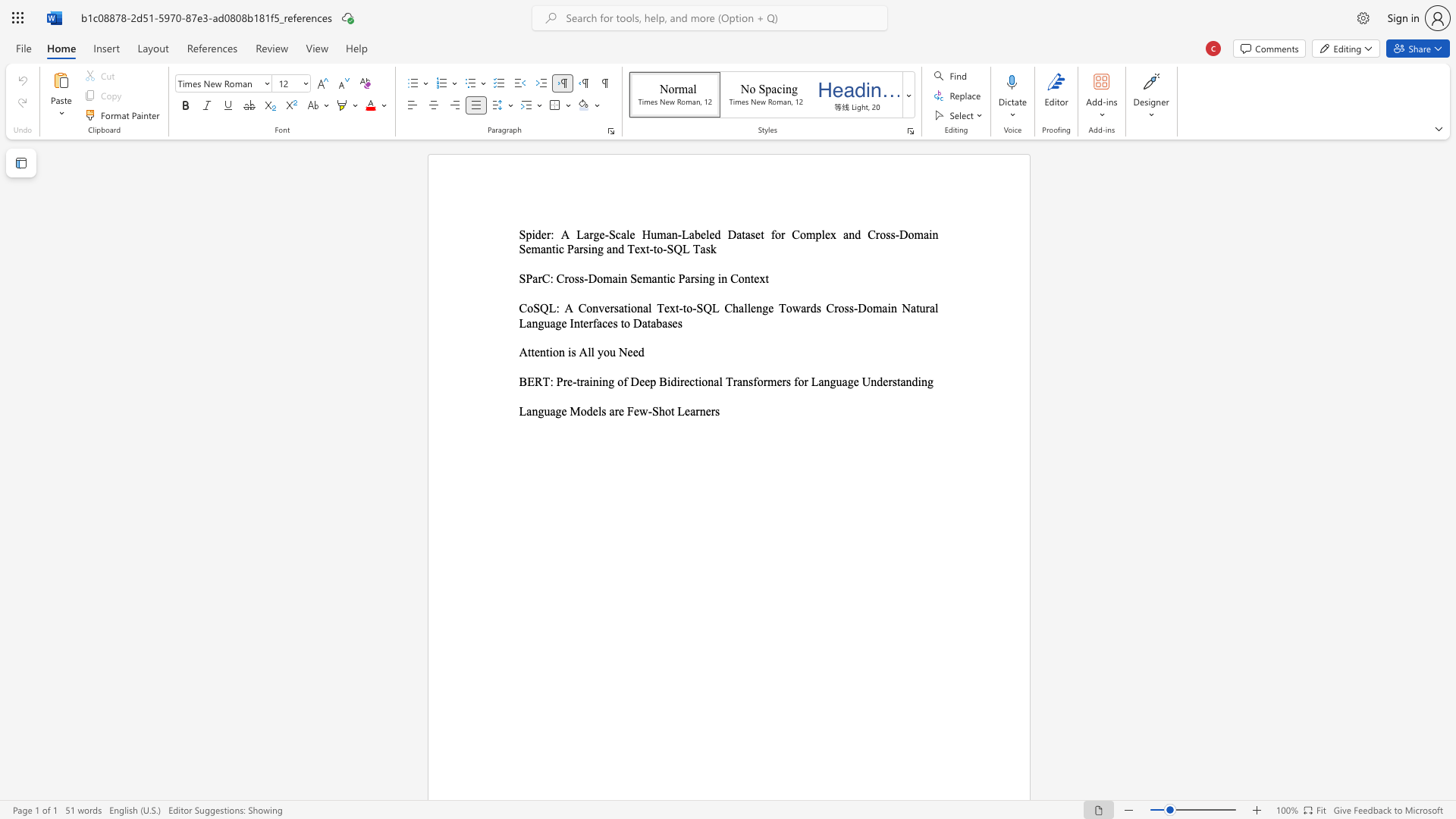 The height and width of the screenshot is (819, 1456). I want to click on the 3th character "d" in the text, so click(858, 234).